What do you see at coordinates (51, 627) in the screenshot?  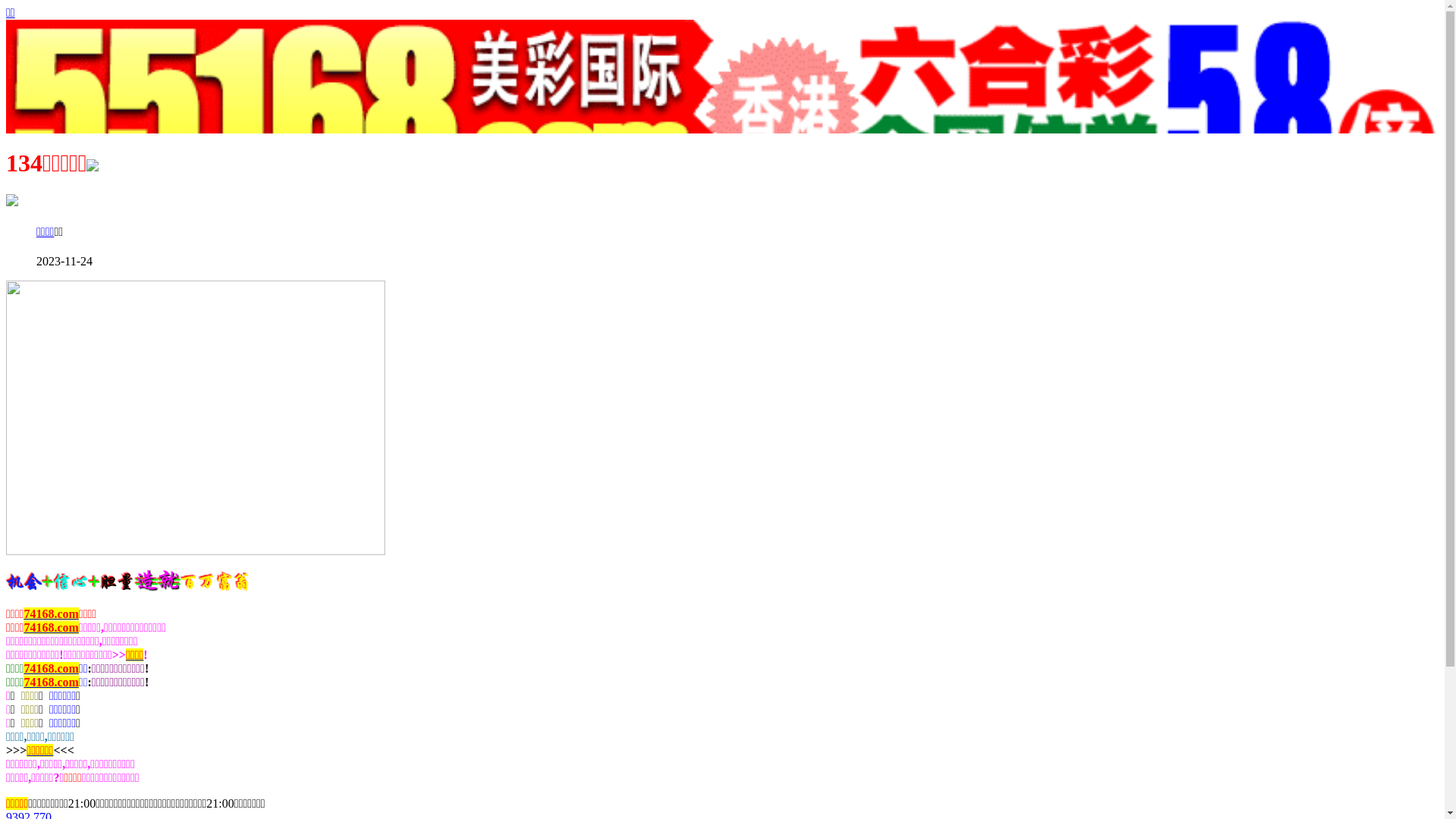 I see `'74168.com'` at bounding box center [51, 627].